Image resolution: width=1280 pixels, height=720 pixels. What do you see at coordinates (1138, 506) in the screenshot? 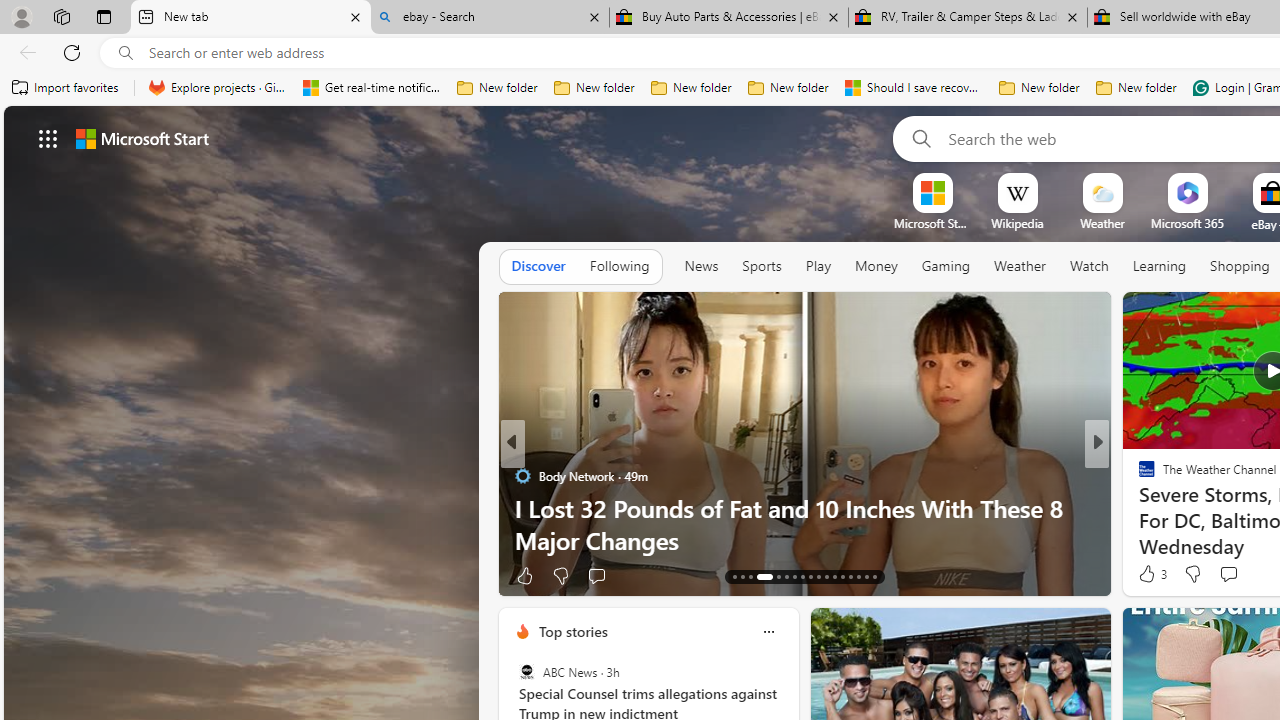
I see `'Verywell Mind'` at bounding box center [1138, 506].